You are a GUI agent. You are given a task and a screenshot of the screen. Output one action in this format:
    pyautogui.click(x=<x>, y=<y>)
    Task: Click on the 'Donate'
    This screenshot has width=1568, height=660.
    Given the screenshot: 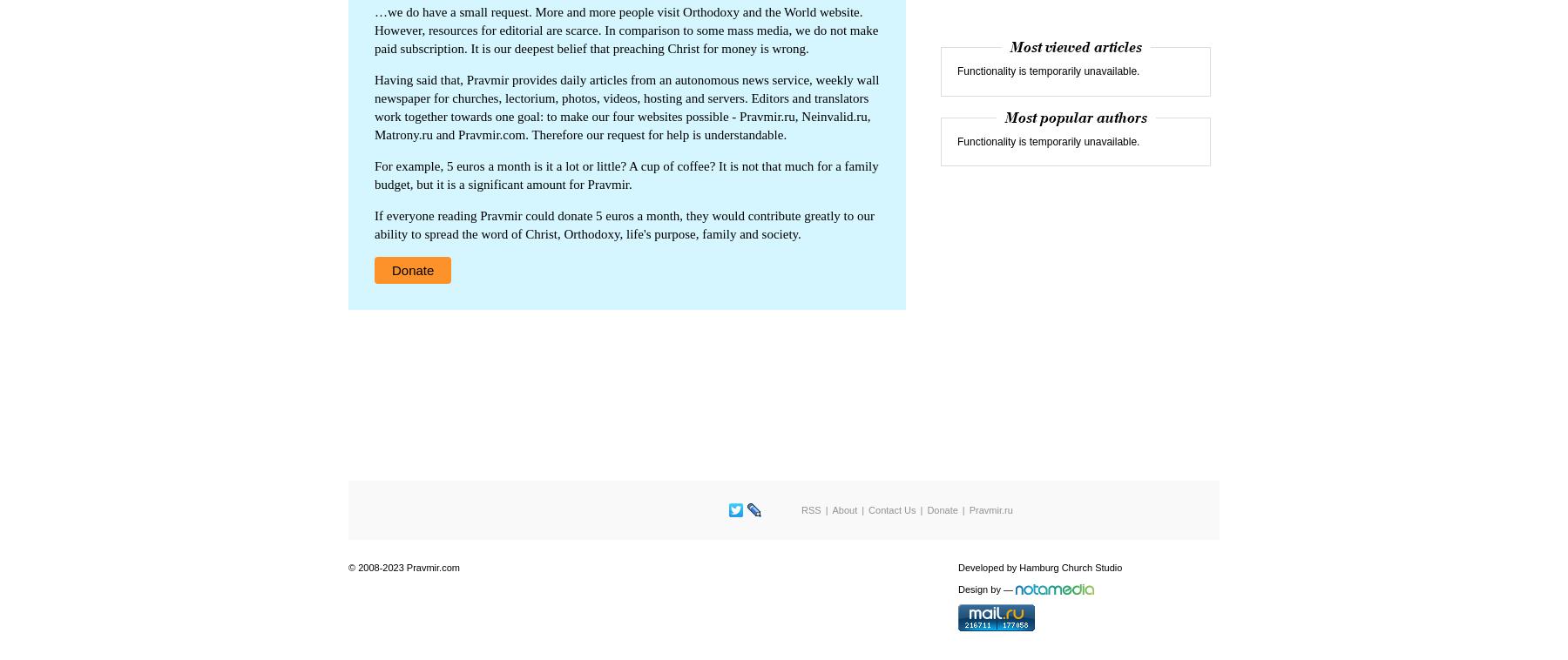 What is the action you would take?
    pyautogui.click(x=392, y=269)
    